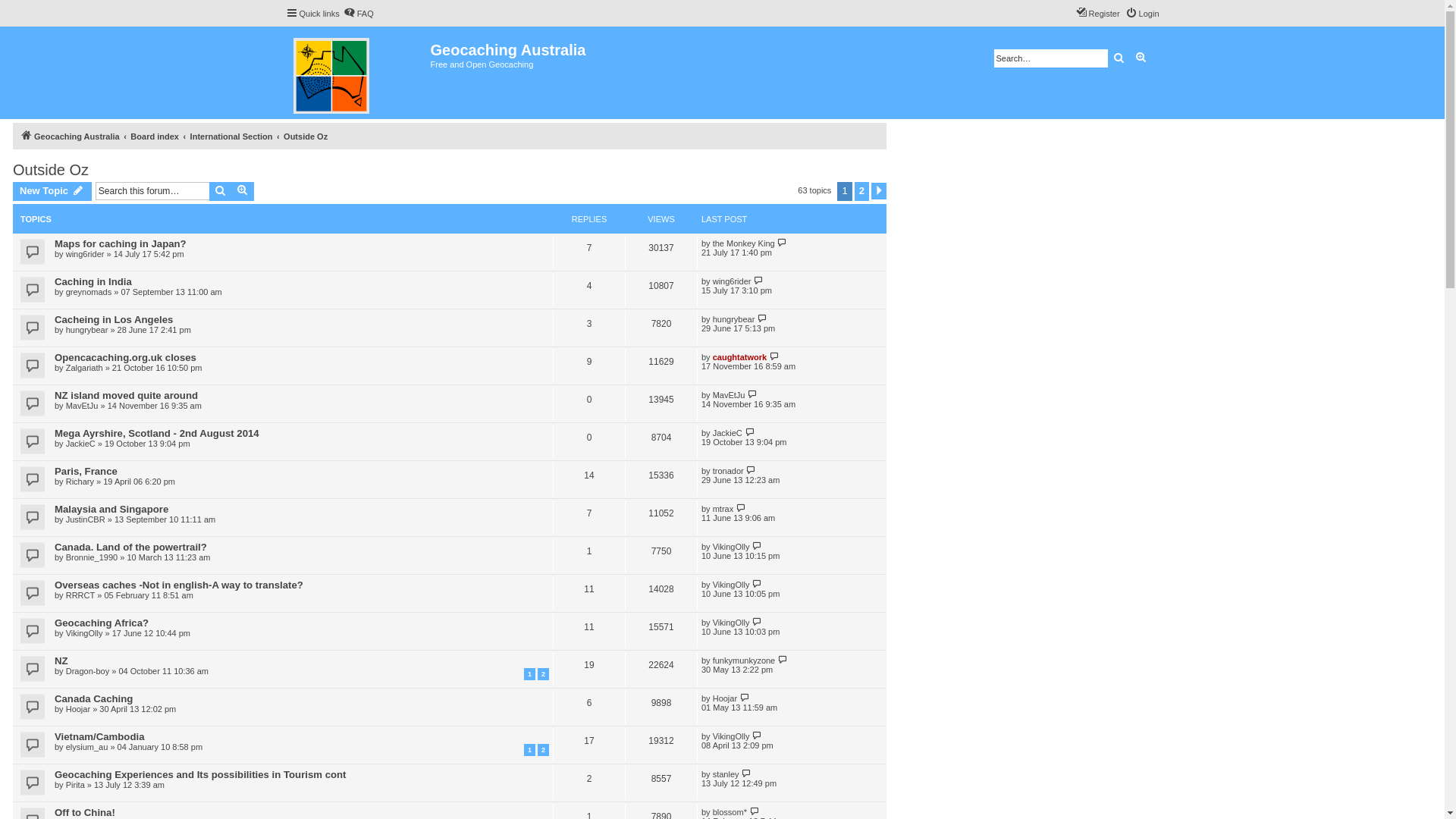 The image size is (1456, 819). What do you see at coordinates (529, 673) in the screenshot?
I see `'1'` at bounding box center [529, 673].